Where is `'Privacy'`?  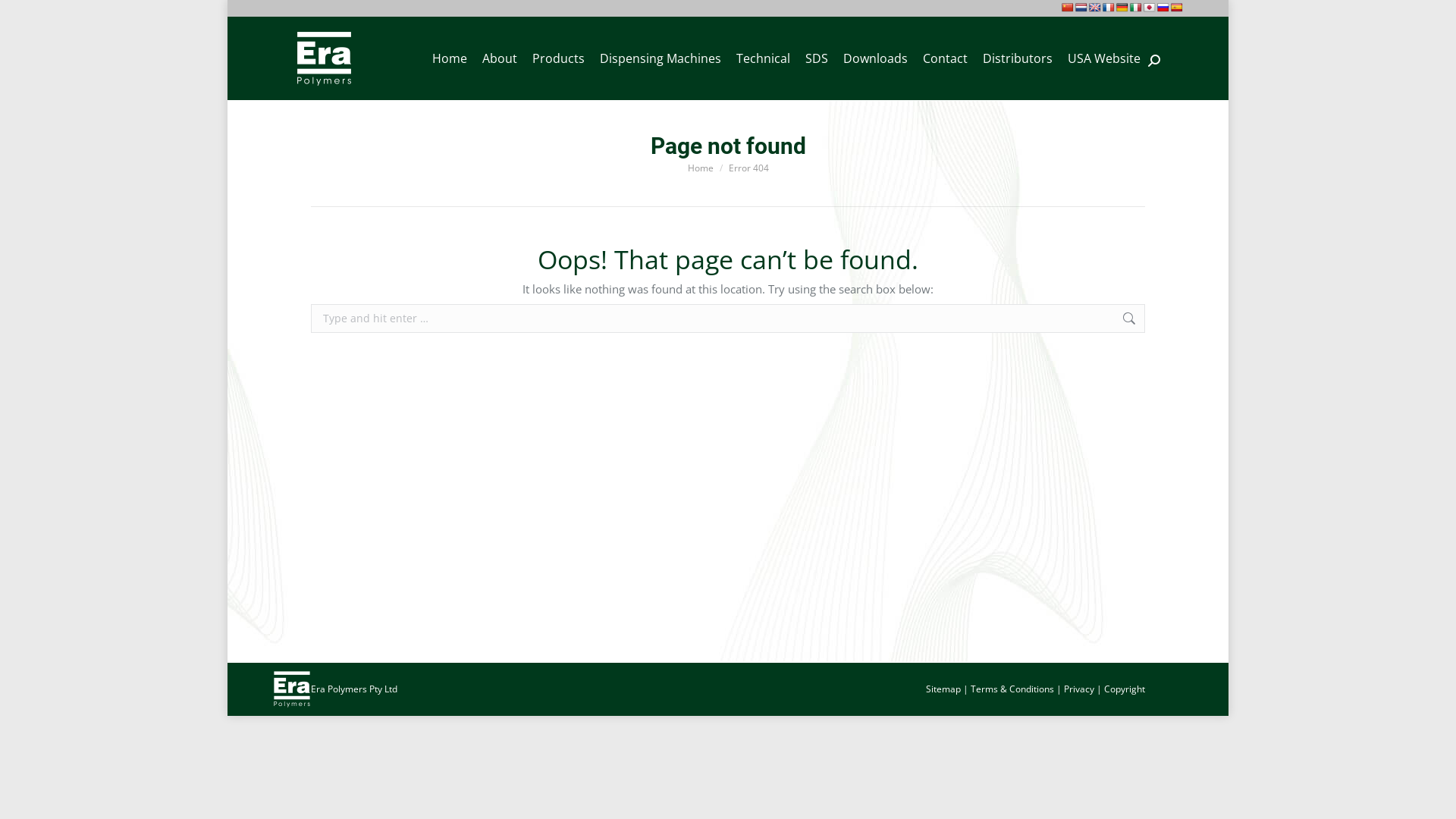 'Privacy' is located at coordinates (1062, 689).